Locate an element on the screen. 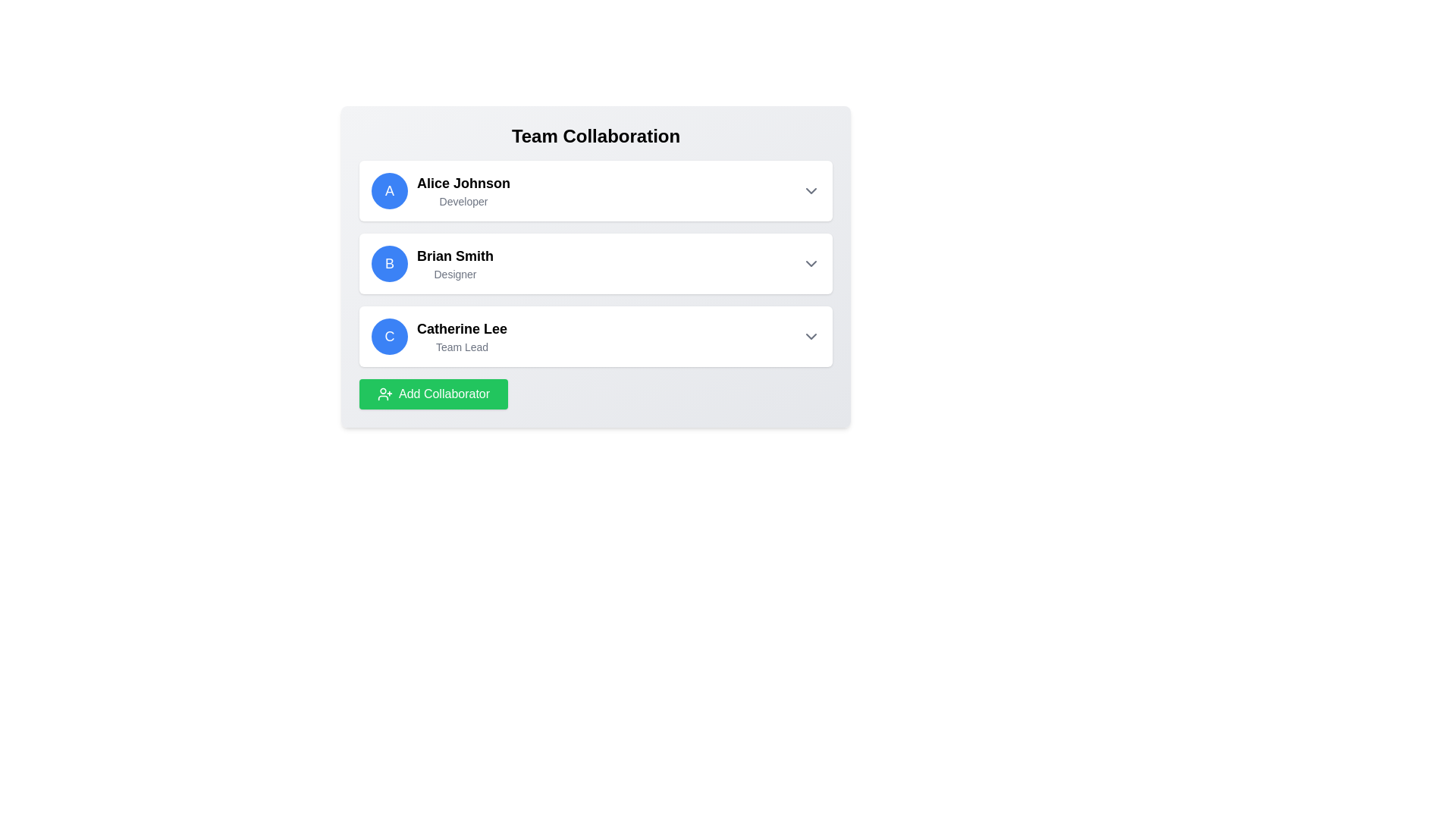 The image size is (1456, 819). the text label that describes the role or title of the user 'Alice Johnson' in the 'Team Collaboration' section, located immediately below the name 'Alice Johnson' is located at coordinates (463, 201).